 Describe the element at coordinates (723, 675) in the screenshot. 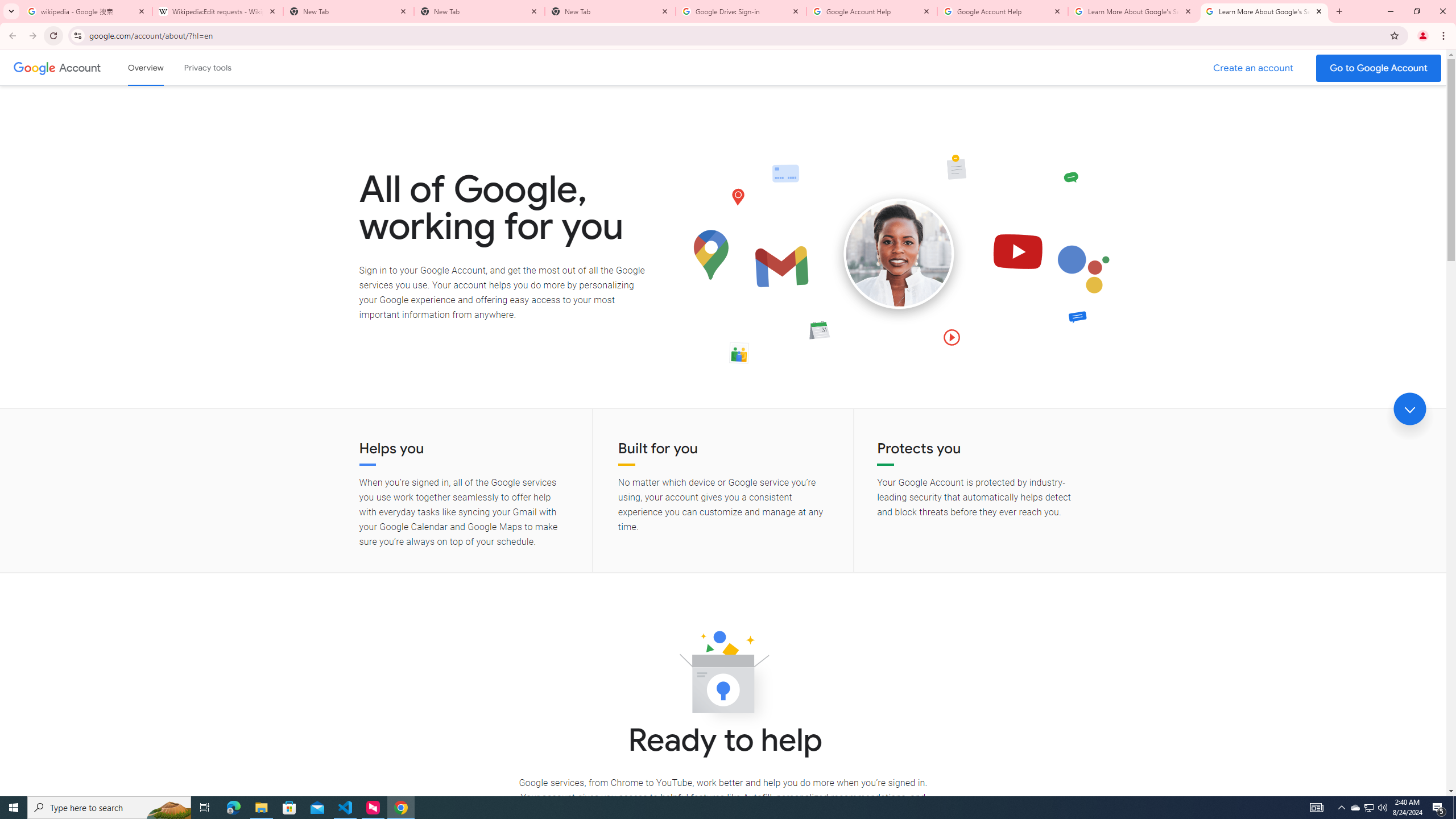

I see `'Ready to help'` at that location.